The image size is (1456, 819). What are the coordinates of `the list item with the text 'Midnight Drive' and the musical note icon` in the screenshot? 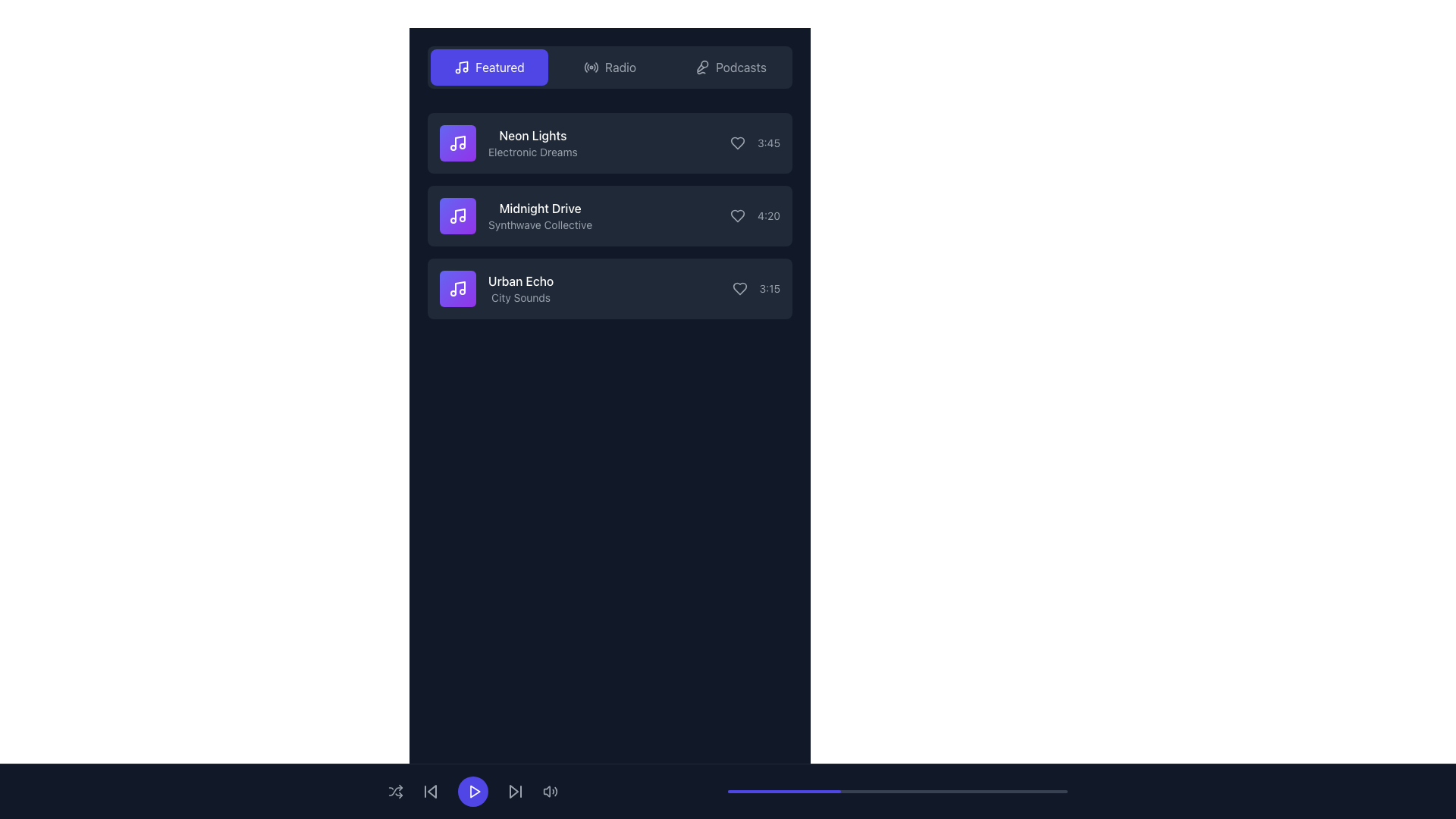 It's located at (516, 216).